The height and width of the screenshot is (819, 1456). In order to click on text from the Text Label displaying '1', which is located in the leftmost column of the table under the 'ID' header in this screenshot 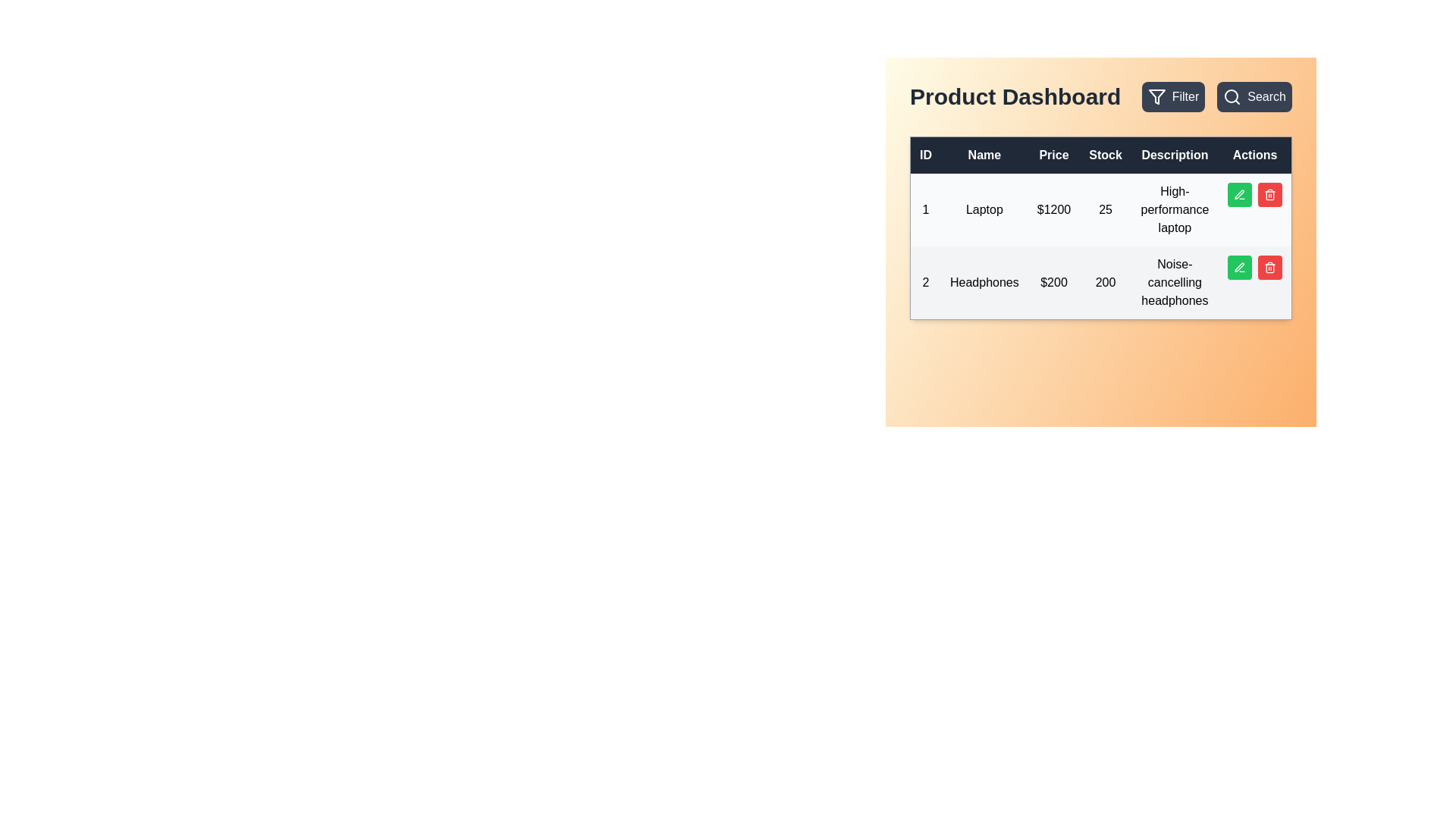, I will do `click(924, 210)`.